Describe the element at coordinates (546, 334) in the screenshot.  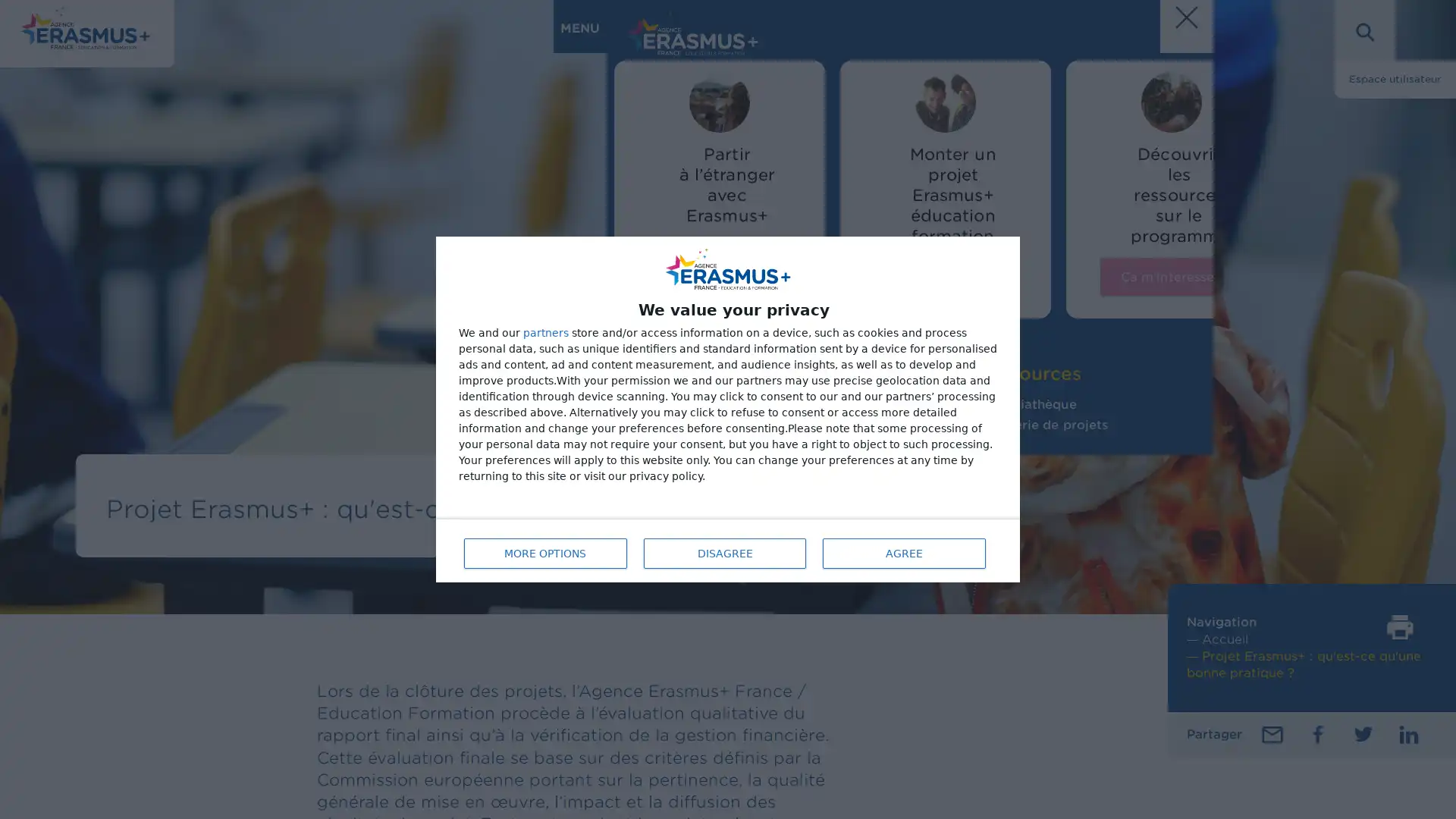
I see `partners` at that location.